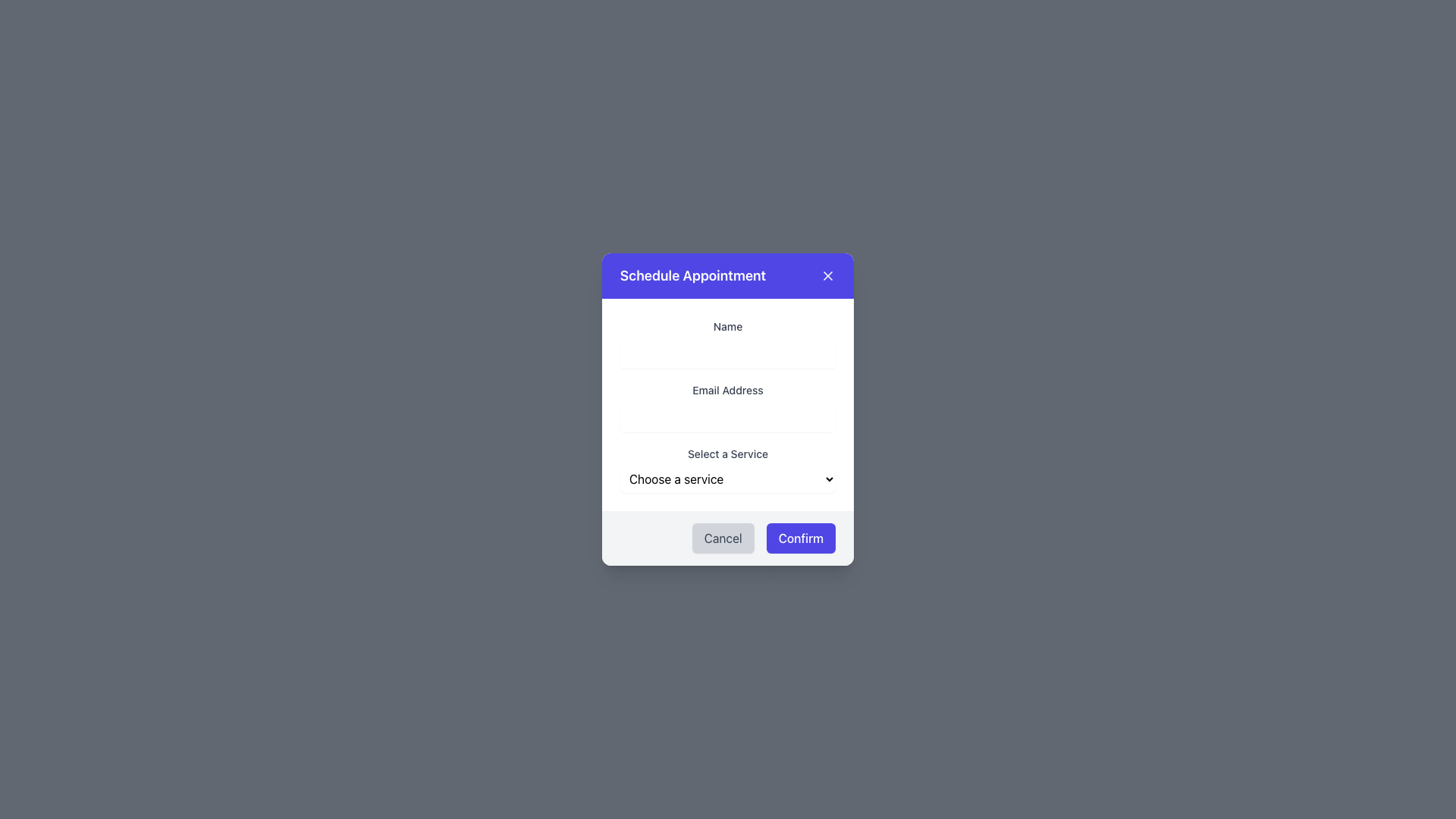 The height and width of the screenshot is (819, 1456). I want to click on text 'Schedule Appointment' displayed in bold white font on a purple background, located at the top center of the modal dialog box, so click(692, 275).